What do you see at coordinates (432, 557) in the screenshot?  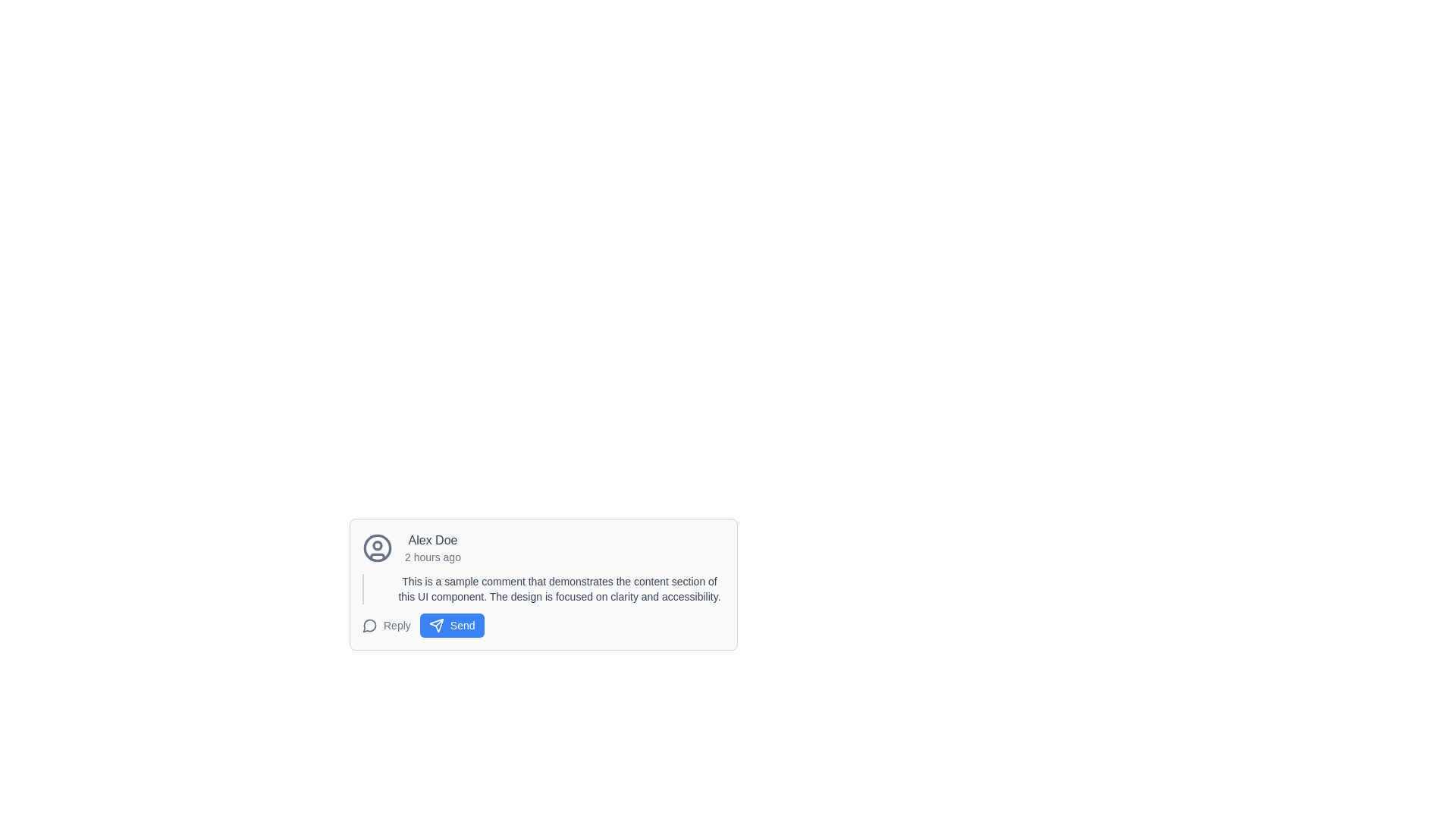 I see `information displayed in the Text Label that shows '2 hours ago', which is located underneath the username 'Alex Doe' in the comment card layout` at bounding box center [432, 557].